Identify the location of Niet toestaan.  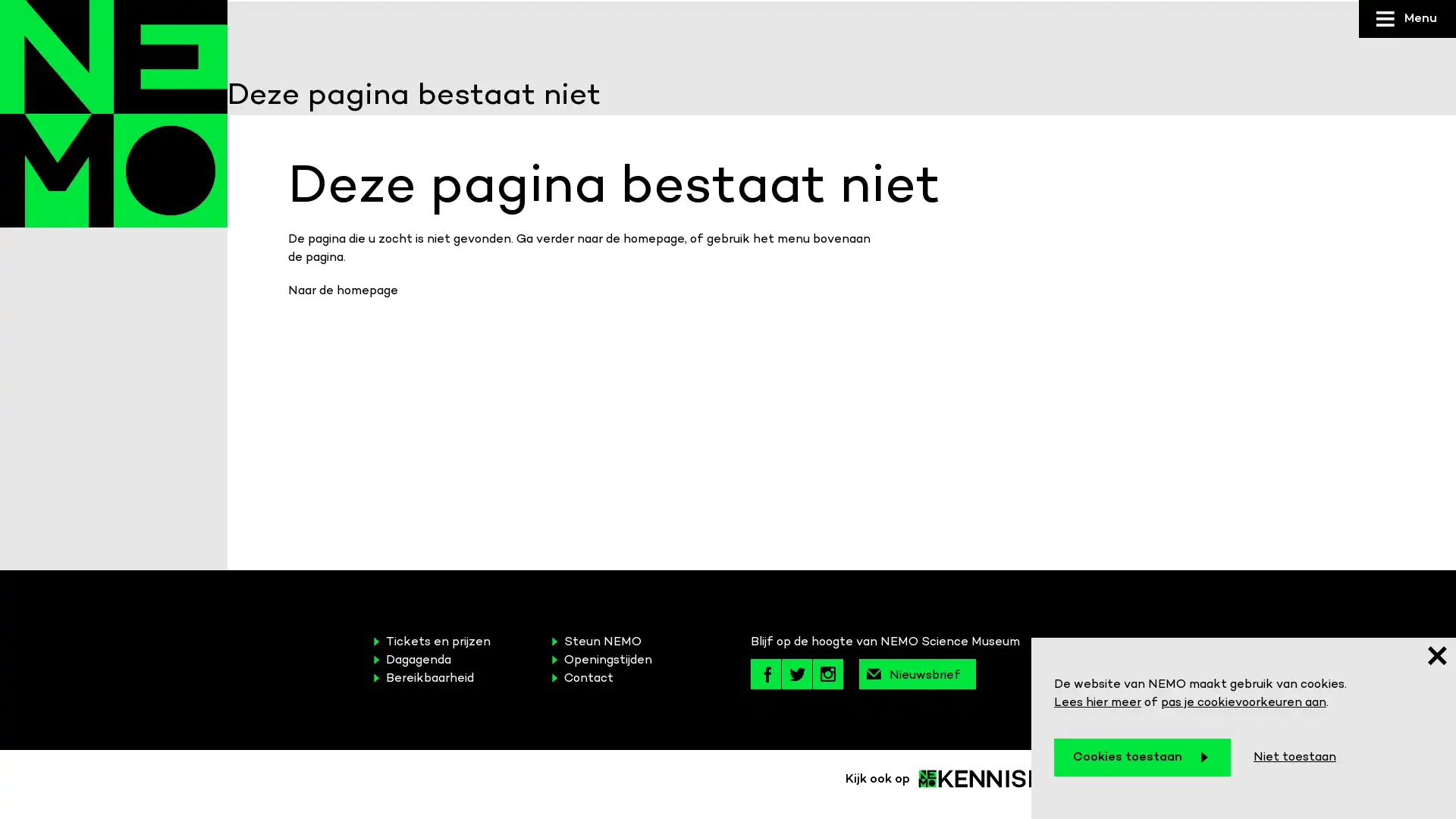
(1294, 758).